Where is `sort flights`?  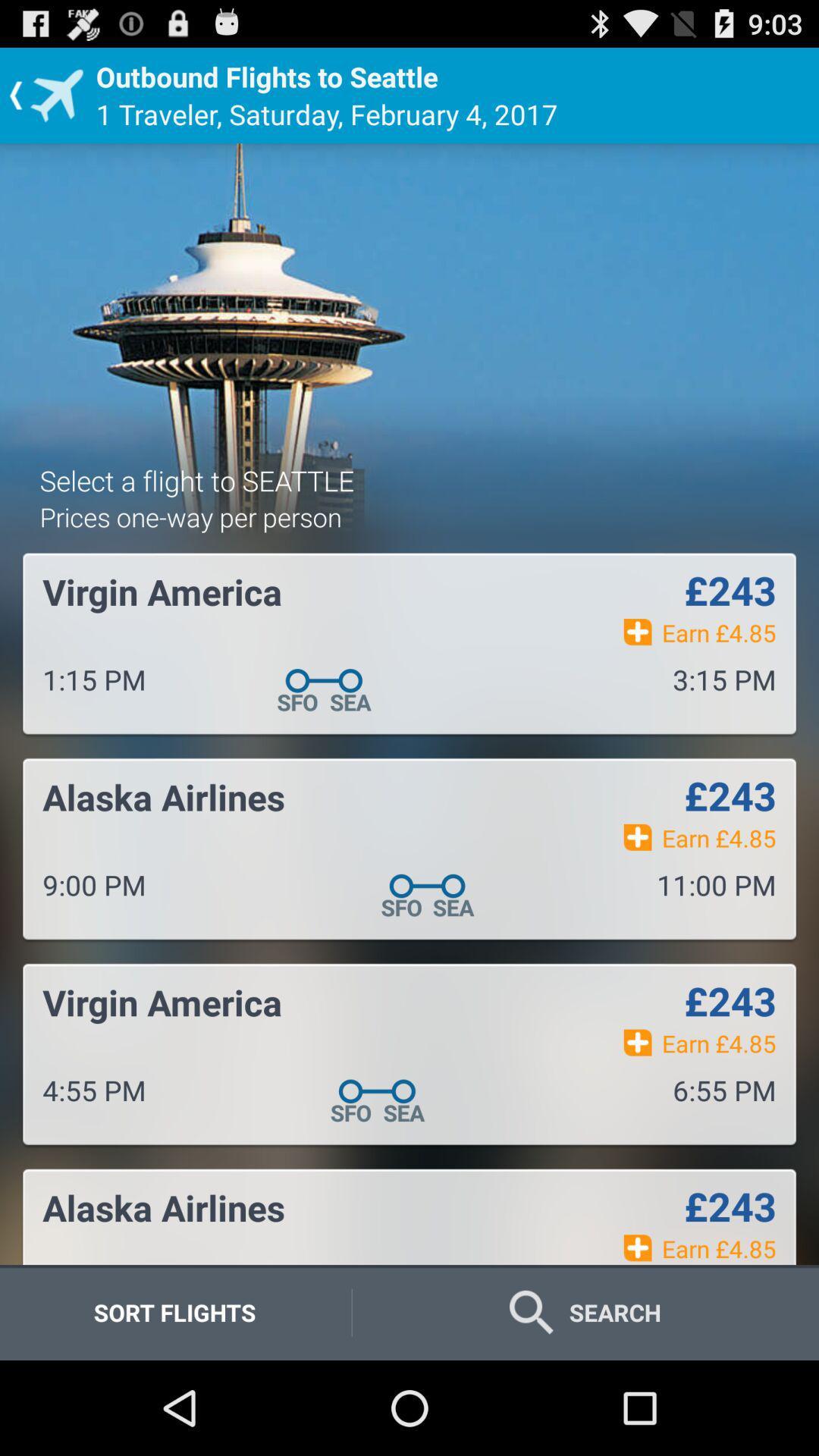 sort flights is located at coordinates (174, 1312).